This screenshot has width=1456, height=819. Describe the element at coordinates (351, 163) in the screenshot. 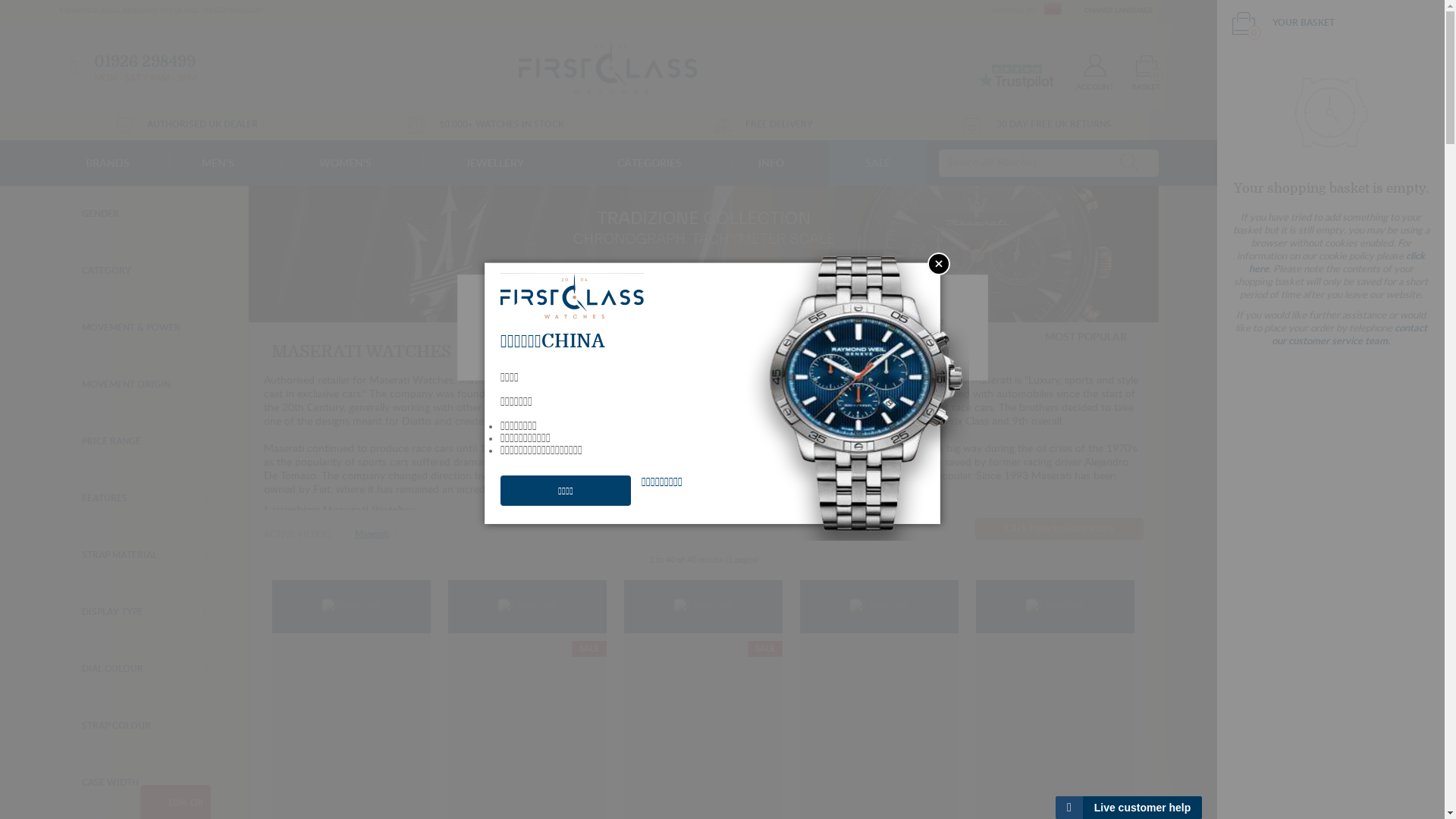

I see `'WOMEN'S'` at that location.